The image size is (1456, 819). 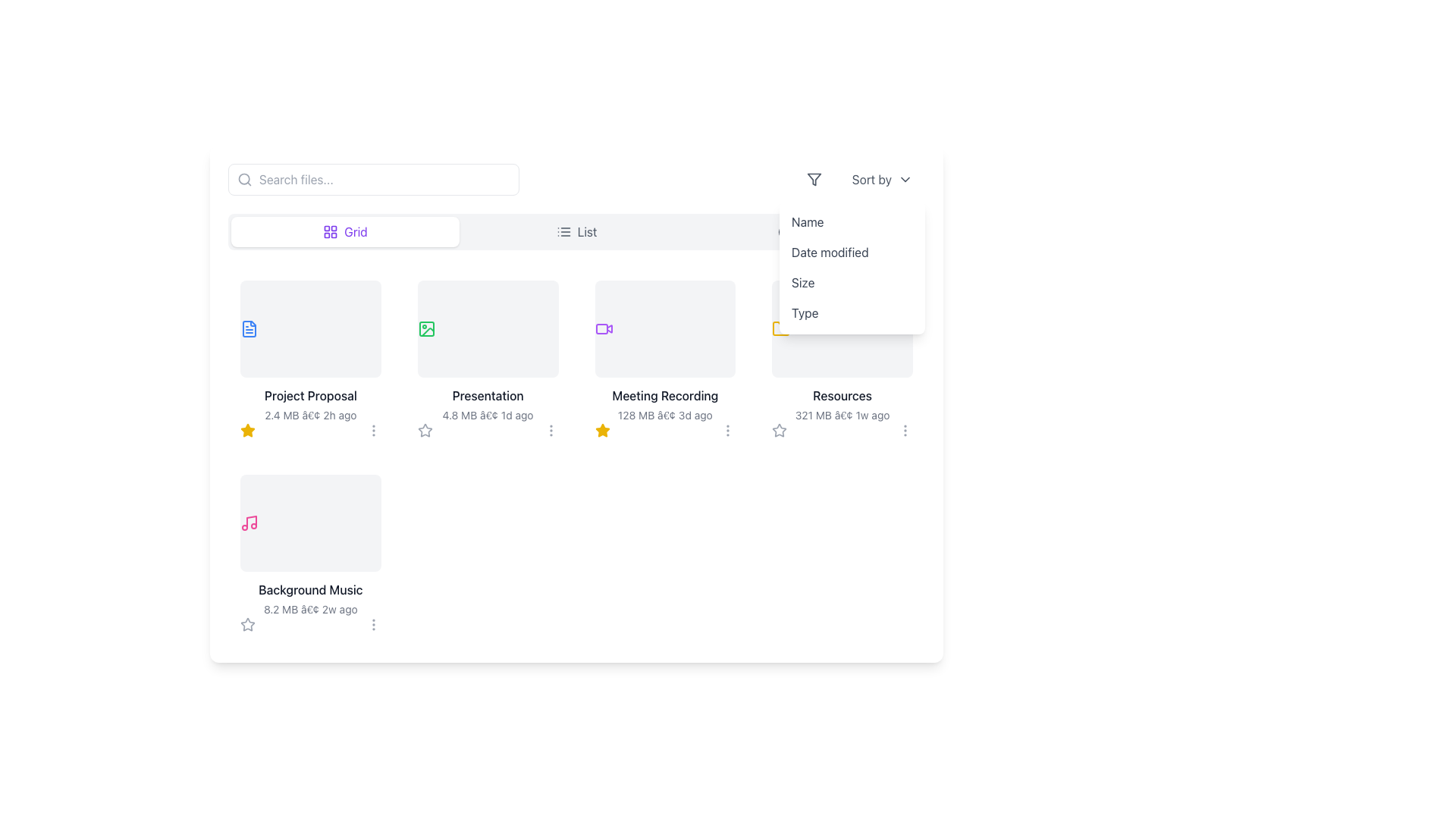 What do you see at coordinates (309, 403) in the screenshot?
I see `the text display element that shows 'Project Proposal' and '2.4 MB • 2h ago'` at bounding box center [309, 403].